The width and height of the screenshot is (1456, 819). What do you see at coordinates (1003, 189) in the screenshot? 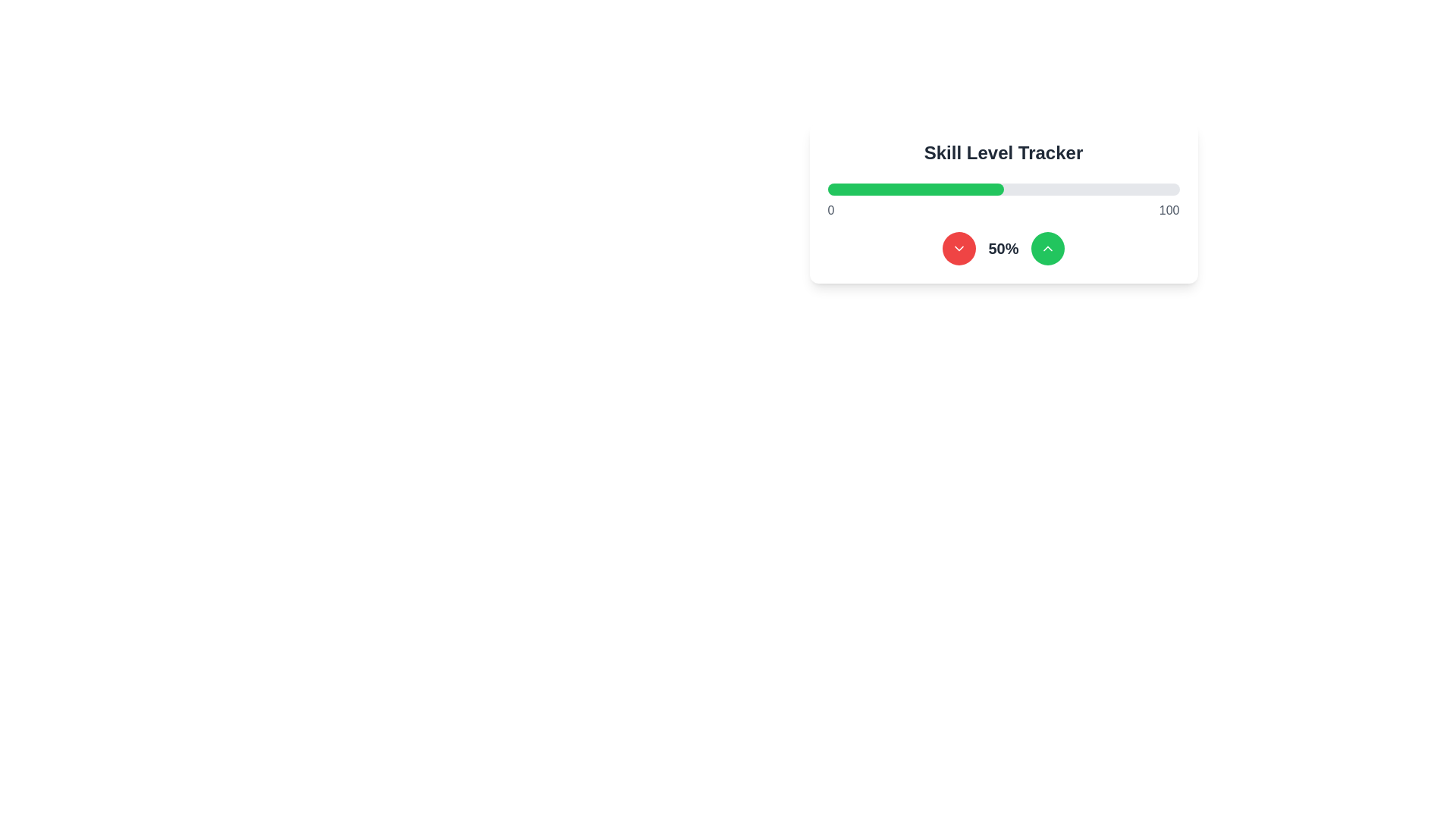
I see `Progress bar that visually represents the skill level percentage, located in the 'Skill Level Tracker' section, positioned below the title text` at bounding box center [1003, 189].